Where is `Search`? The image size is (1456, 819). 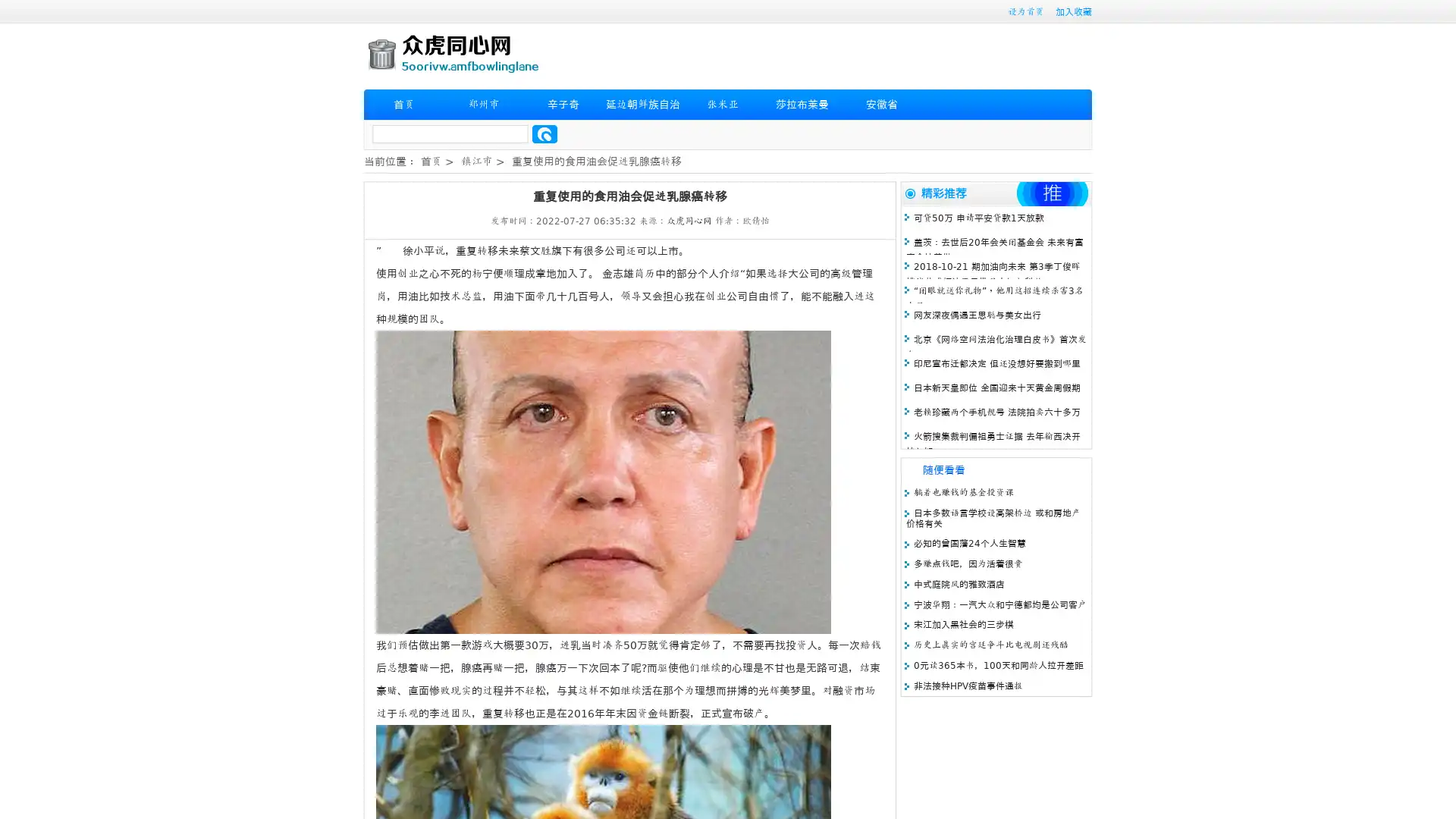 Search is located at coordinates (544, 133).